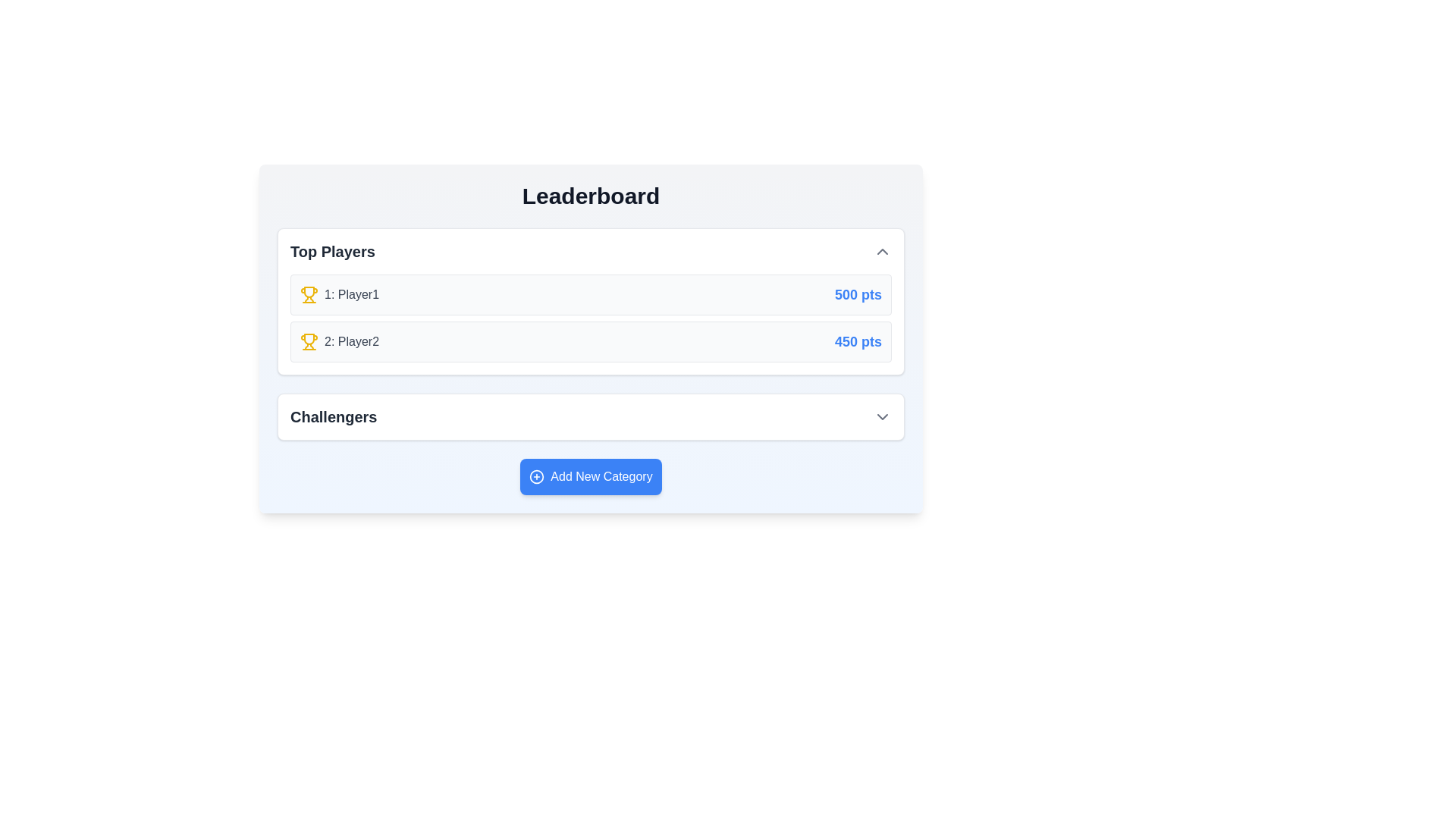 The width and height of the screenshot is (1456, 819). What do you see at coordinates (338, 295) in the screenshot?
I see `the text label '1: Player1' with a yellow trophy-shaped icon, which is the first entry in the leaderboard section under 'Top Players'` at bounding box center [338, 295].